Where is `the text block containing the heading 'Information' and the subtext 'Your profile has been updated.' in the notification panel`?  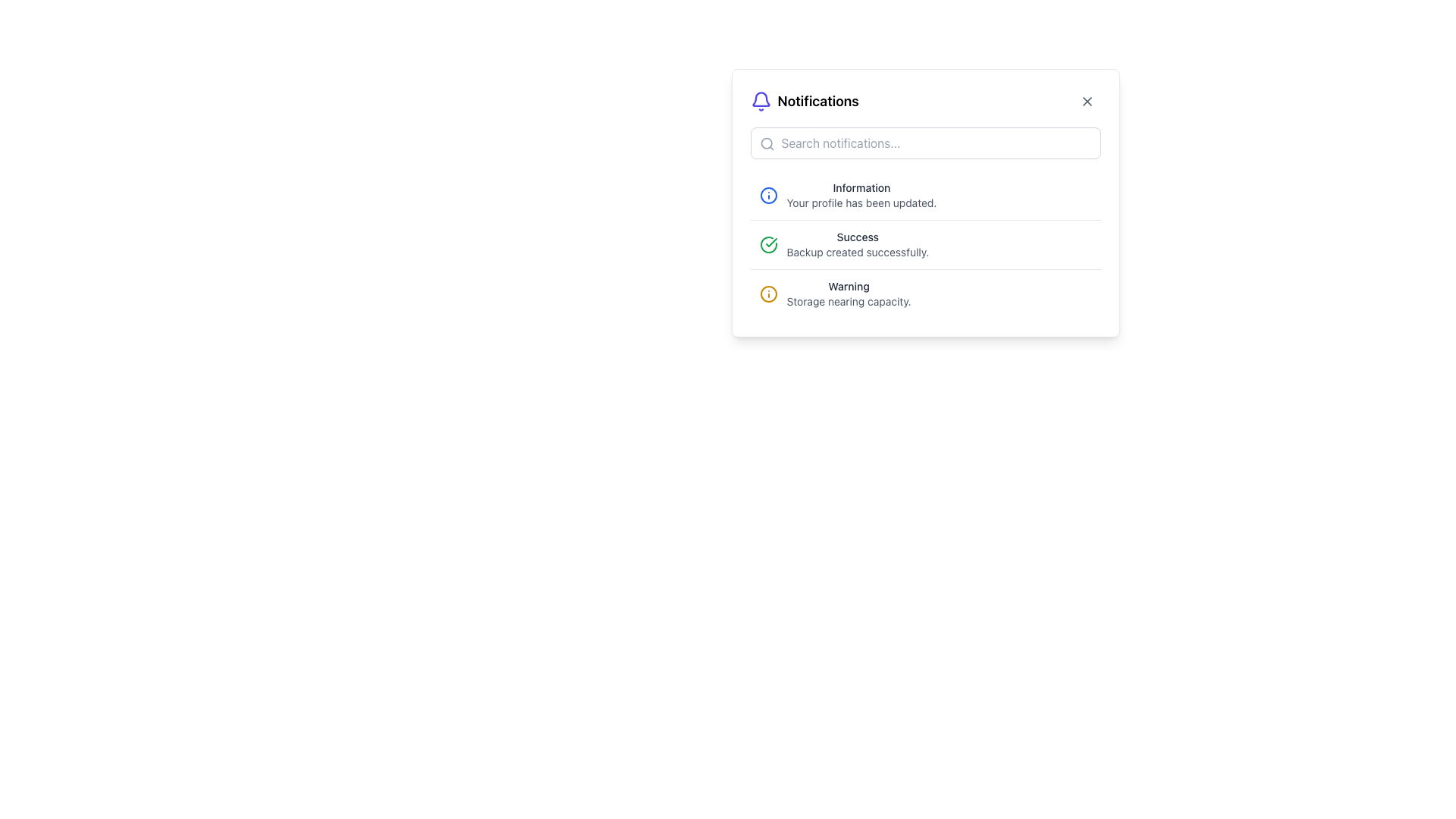
the text block containing the heading 'Information' and the subtext 'Your profile has been updated.' in the notification panel is located at coordinates (861, 195).